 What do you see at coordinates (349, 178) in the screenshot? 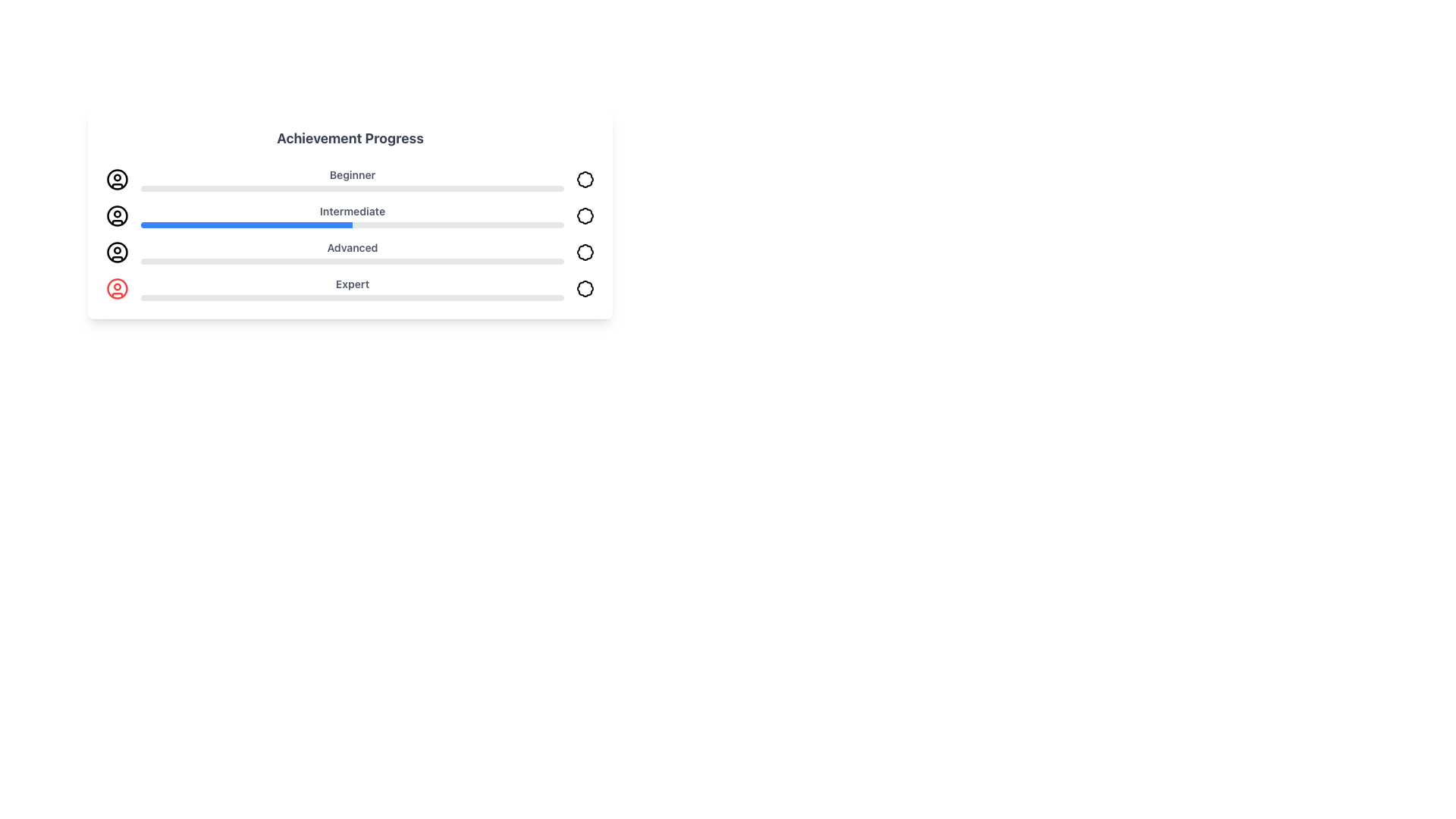
I see `the 'Beginner' Achievement Progress Row, which is the first section in the achievement progress panel` at bounding box center [349, 178].